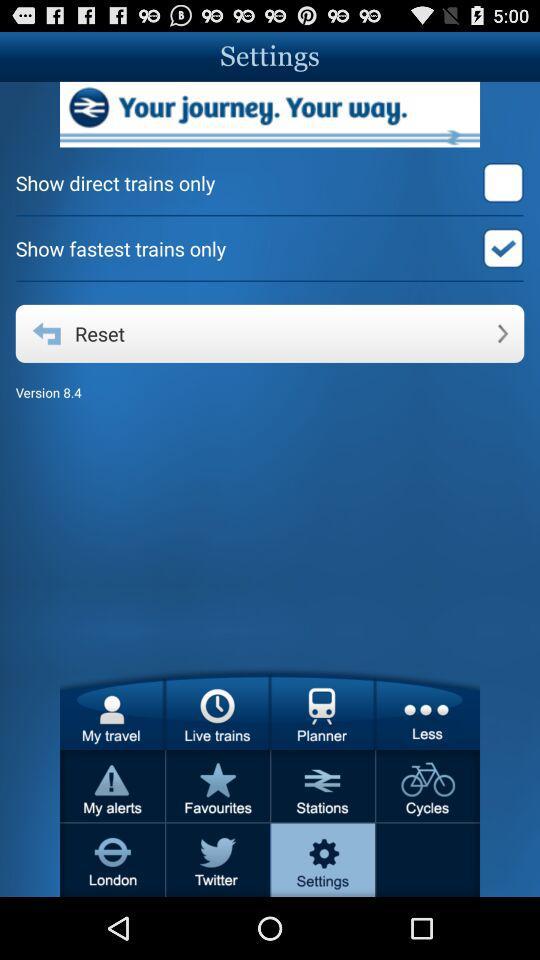 The image size is (540, 960). Describe the element at coordinates (322, 915) in the screenshot. I see `the settings icon` at that location.